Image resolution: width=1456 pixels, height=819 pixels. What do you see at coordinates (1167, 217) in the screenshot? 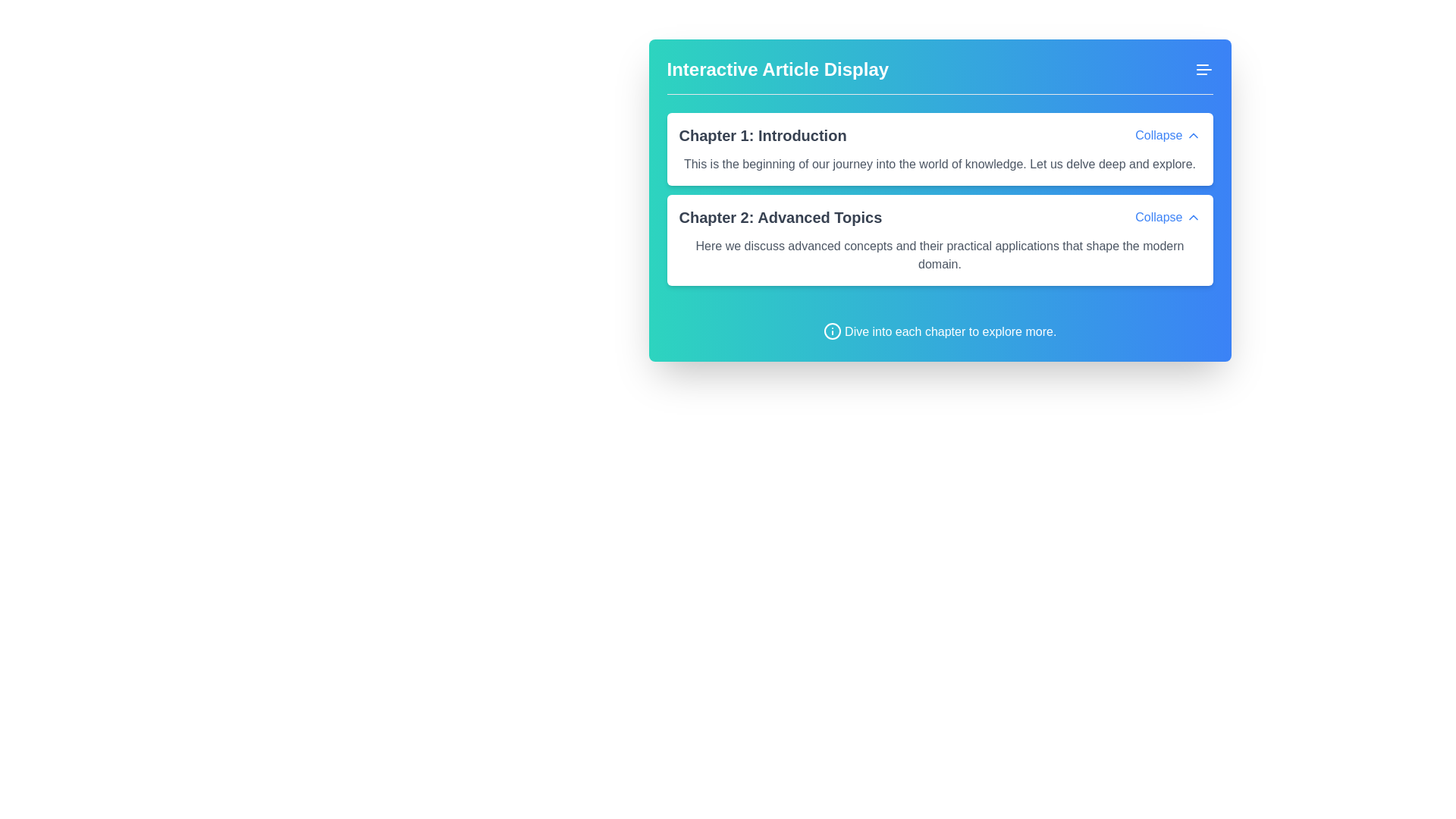
I see `the button with text and icon` at bounding box center [1167, 217].